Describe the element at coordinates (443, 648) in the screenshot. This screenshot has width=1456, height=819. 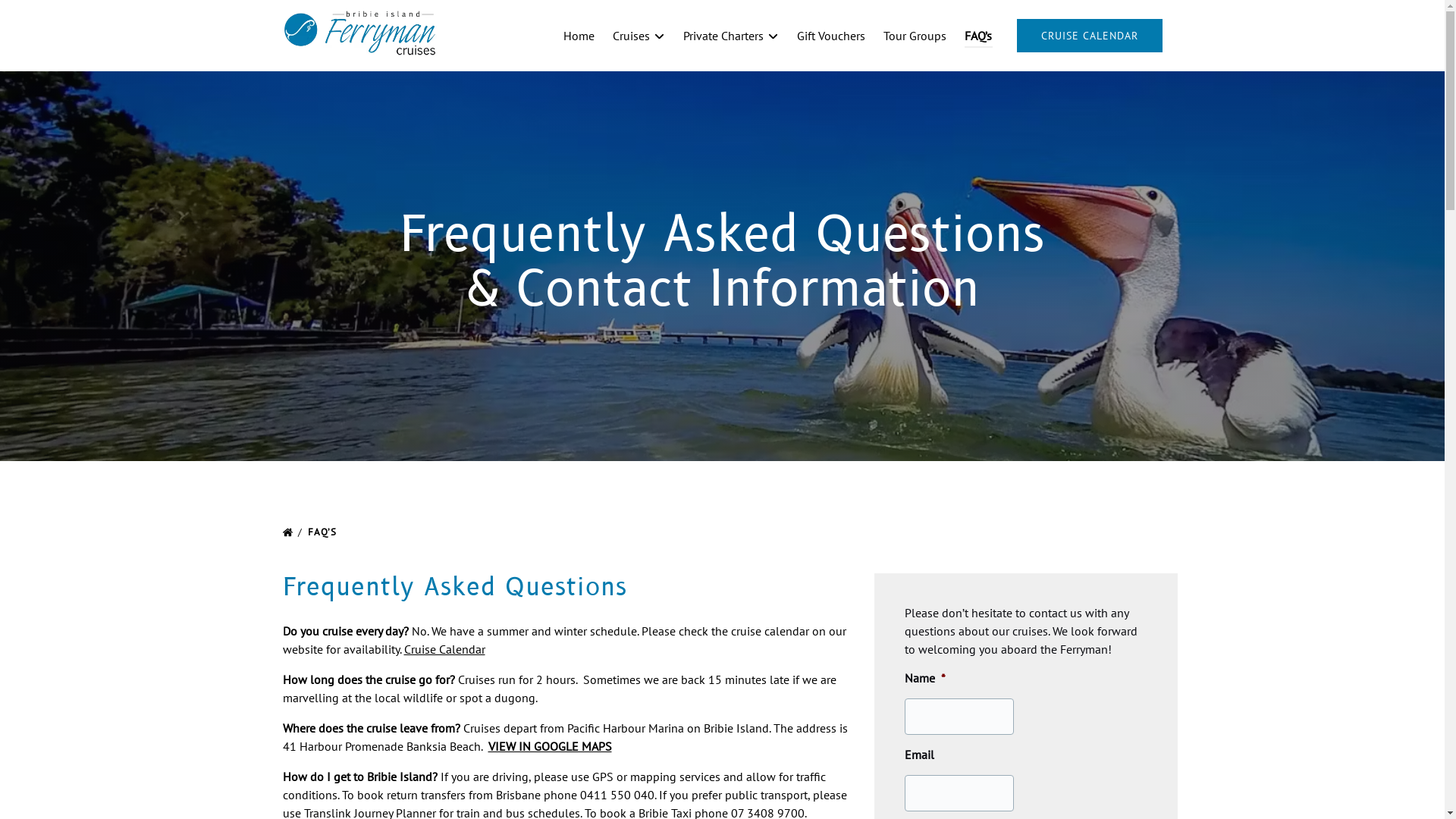
I see `'Cruise Calendar'` at that location.